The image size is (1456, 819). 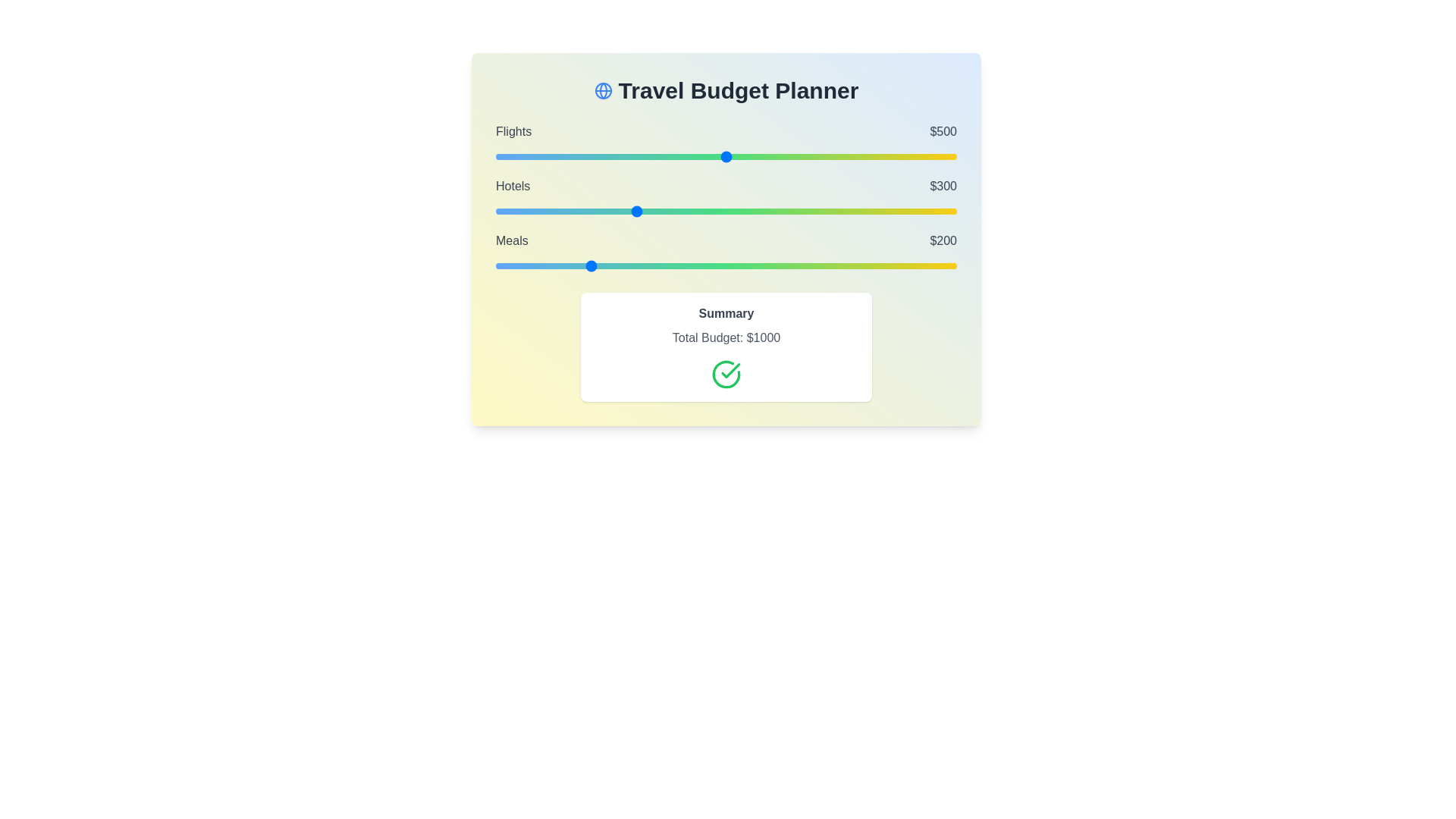 What do you see at coordinates (764, 157) in the screenshot?
I see `the 'Flights' budget slider to 583` at bounding box center [764, 157].